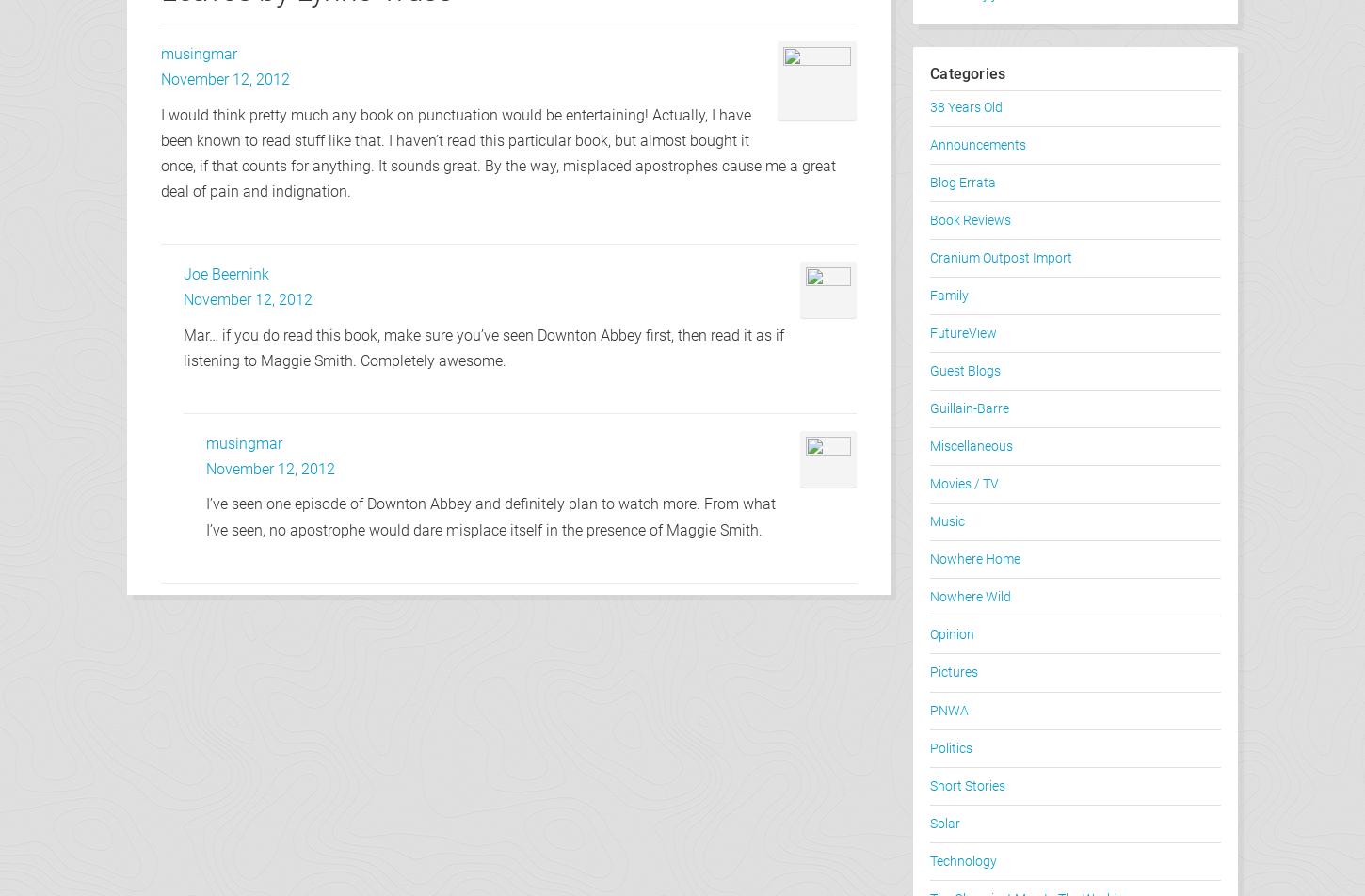  What do you see at coordinates (978, 144) in the screenshot?
I see `'Announcements'` at bounding box center [978, 144].